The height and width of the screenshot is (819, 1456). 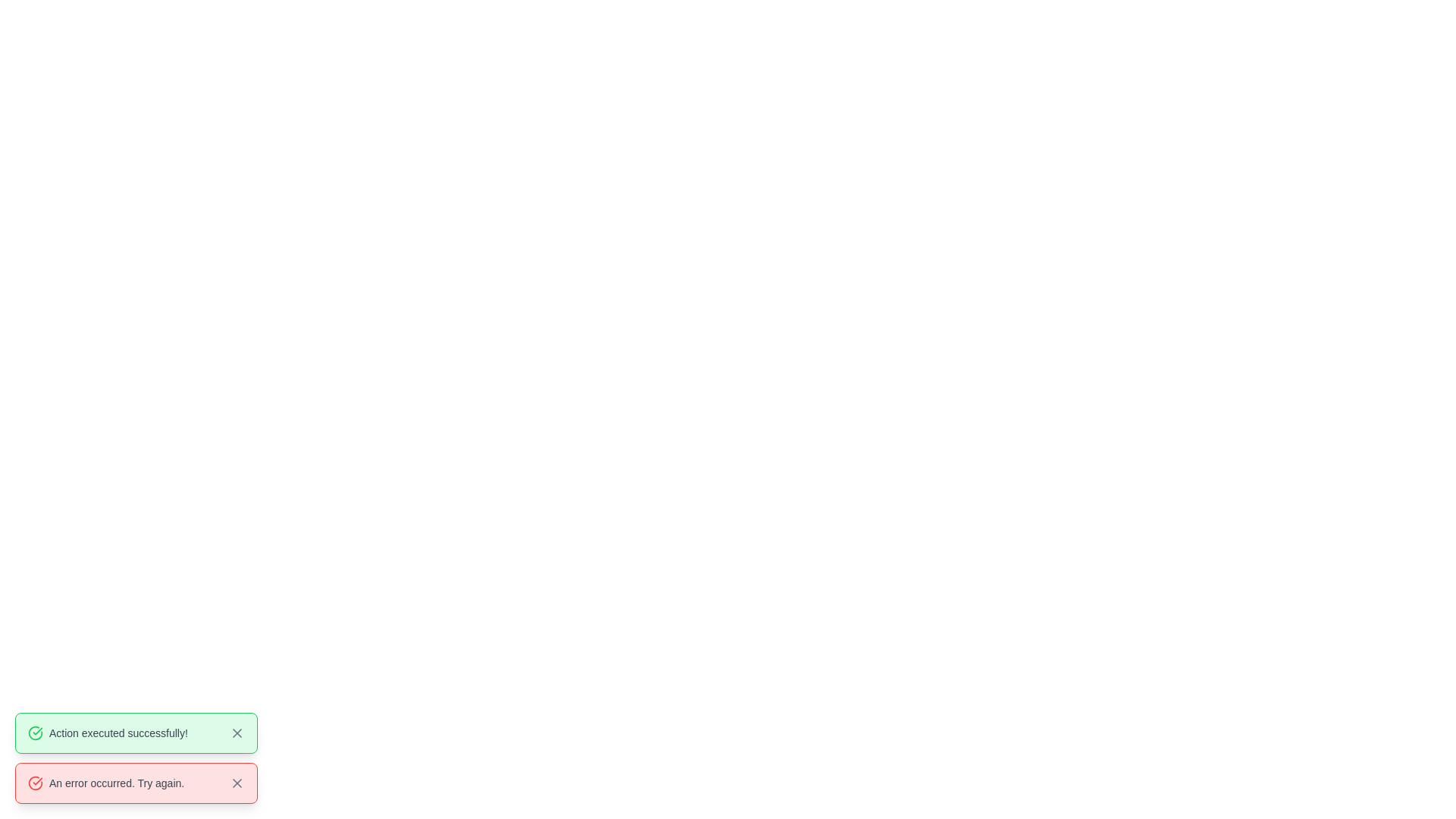 I want to click on the 'X' button on the right side of the green notification box that says 'Action executed successfully!', so click(x=236, y=733).